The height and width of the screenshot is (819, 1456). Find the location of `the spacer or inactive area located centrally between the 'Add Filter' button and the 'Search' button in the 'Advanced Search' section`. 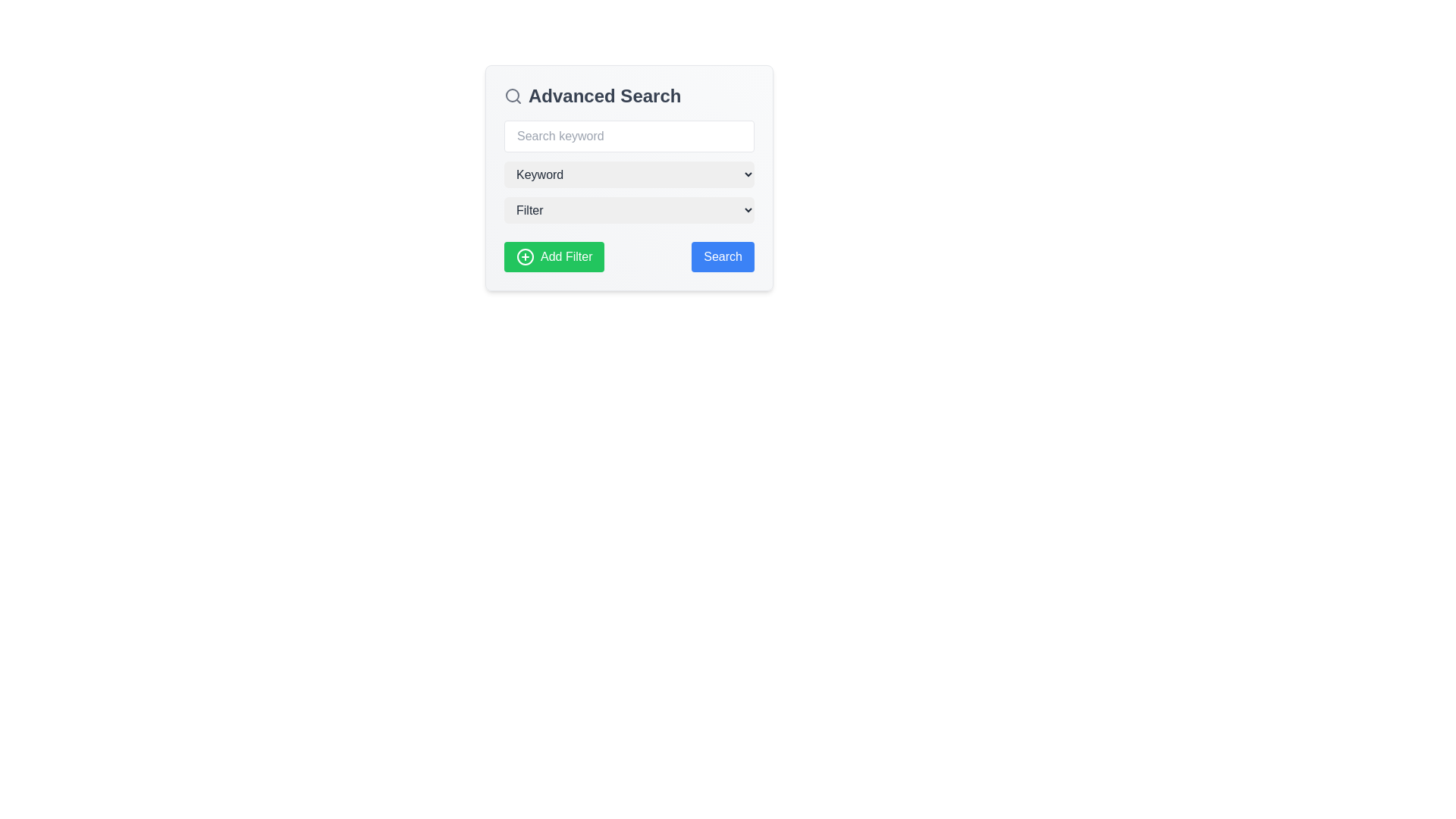

the spacer or inactive area located centrally between the 'Add Filter' button and the 'Search' button in the 'Advanced Search' section is located at coordinates (629, 256).